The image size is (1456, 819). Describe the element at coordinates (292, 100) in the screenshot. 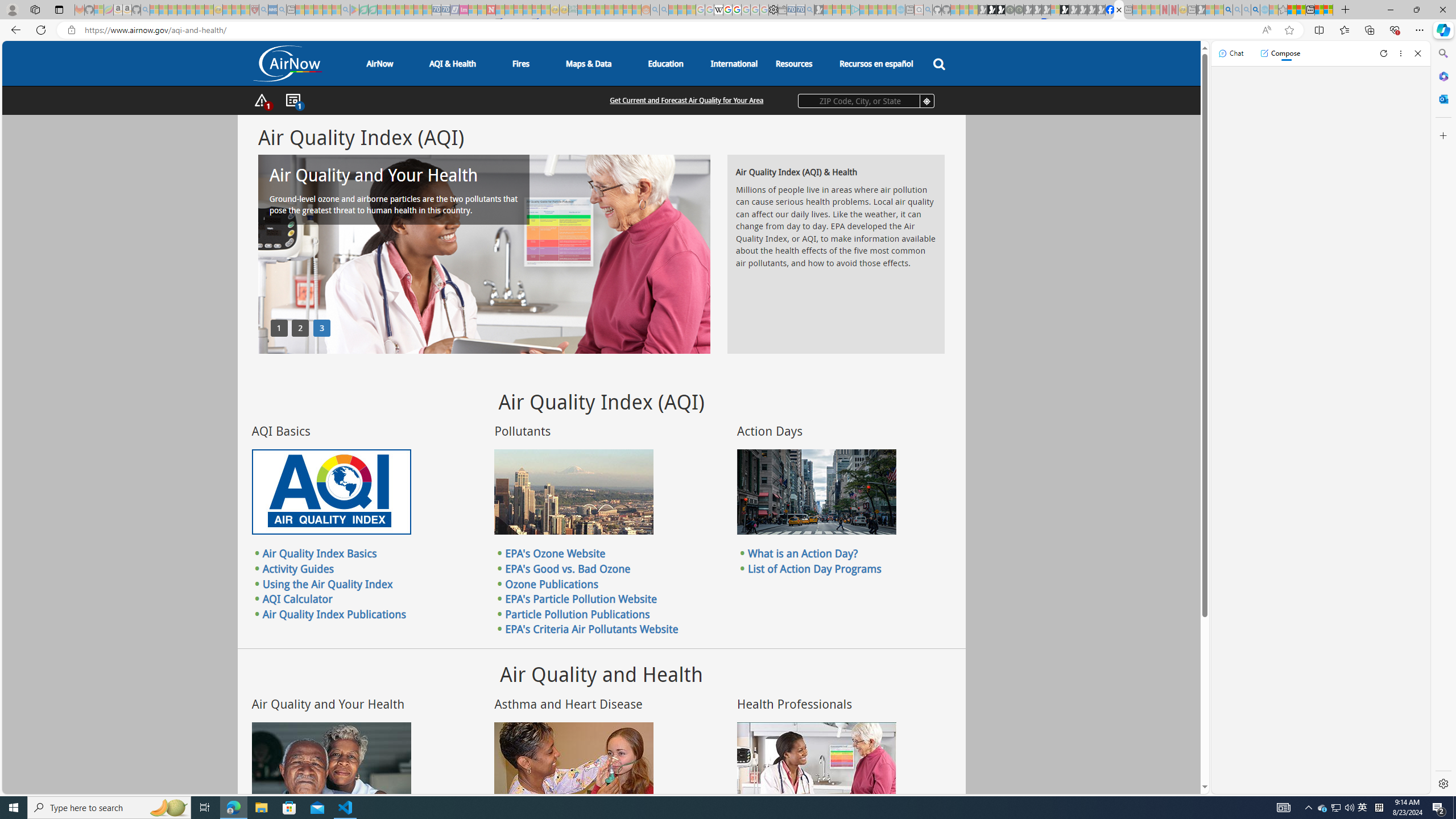

I see `'AutomationID: nav-announcements-toggle'` at that location.